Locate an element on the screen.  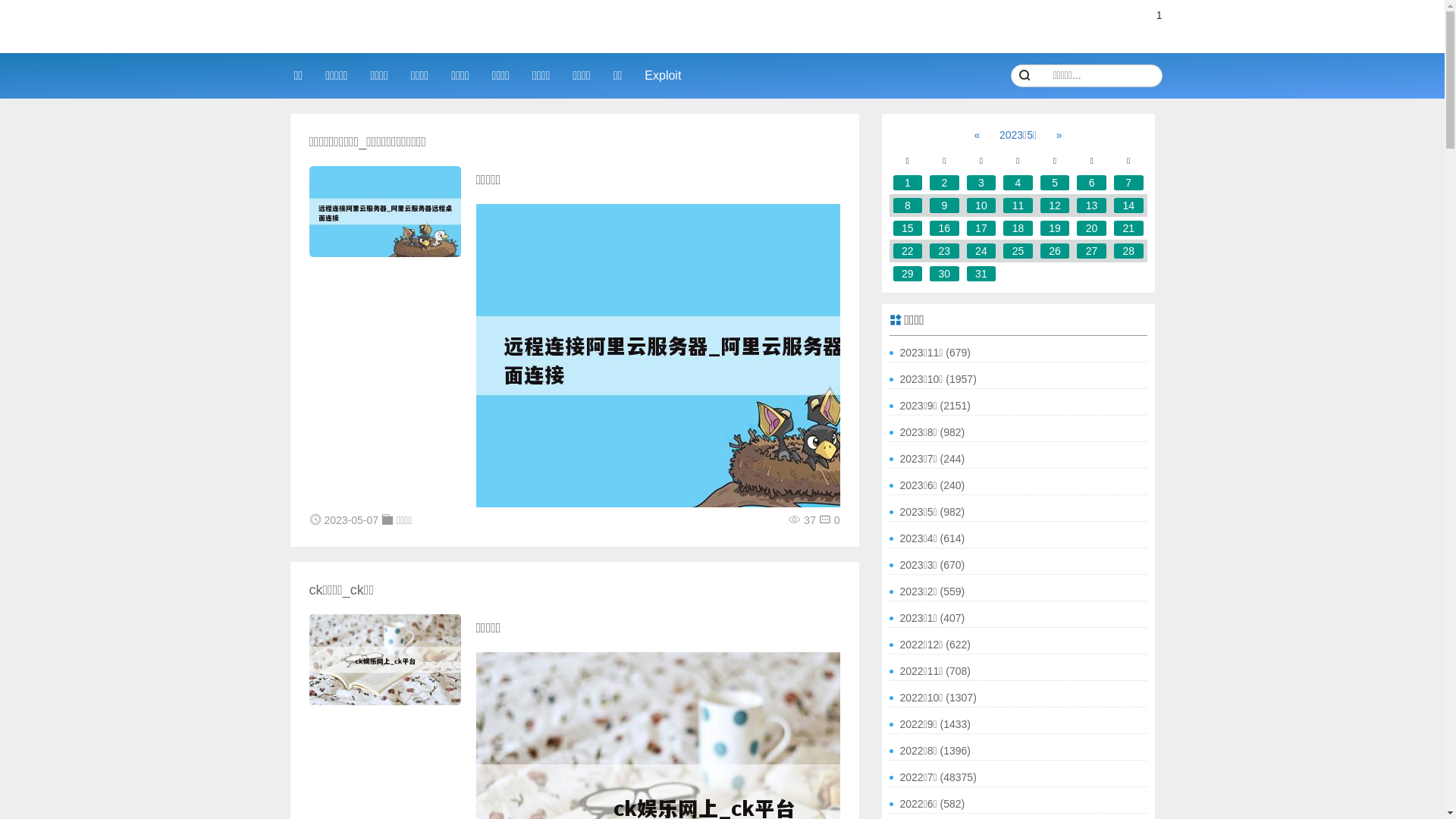
'15' is located at coordinates (908, 227).